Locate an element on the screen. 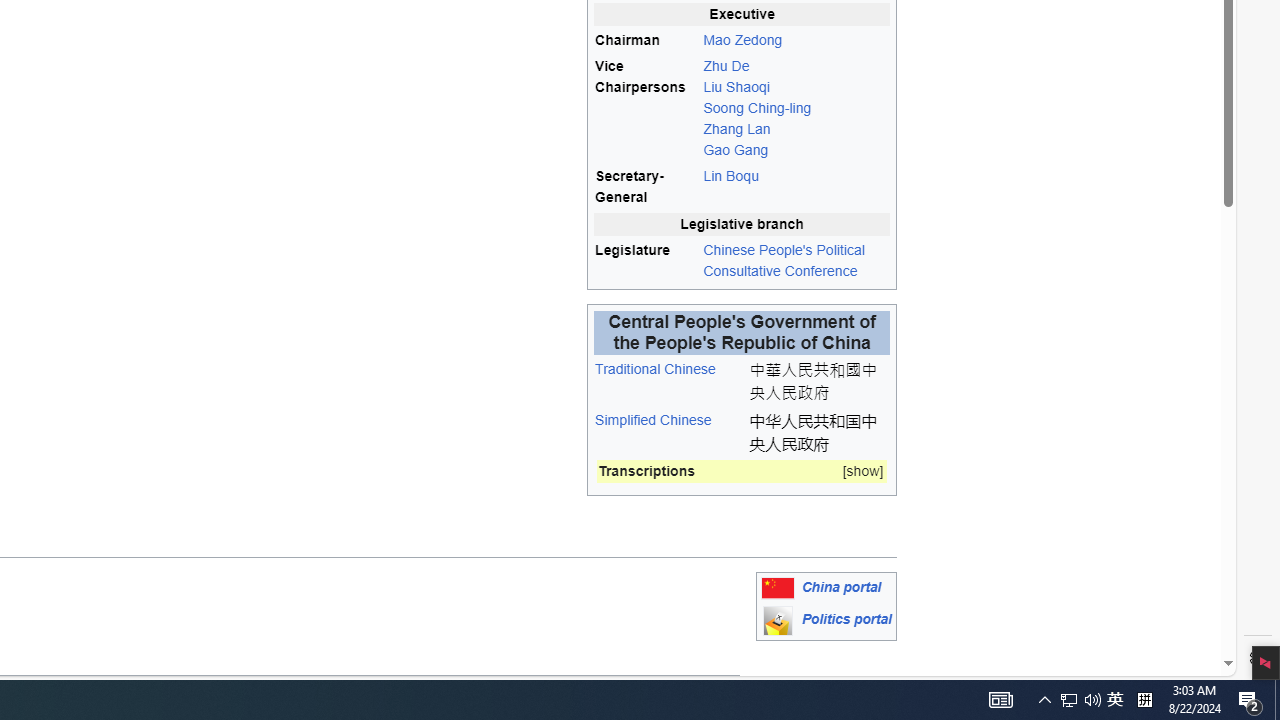 This screenshot has height=720, width=1280. 'Legislature' is located at coordinates (647, 259).